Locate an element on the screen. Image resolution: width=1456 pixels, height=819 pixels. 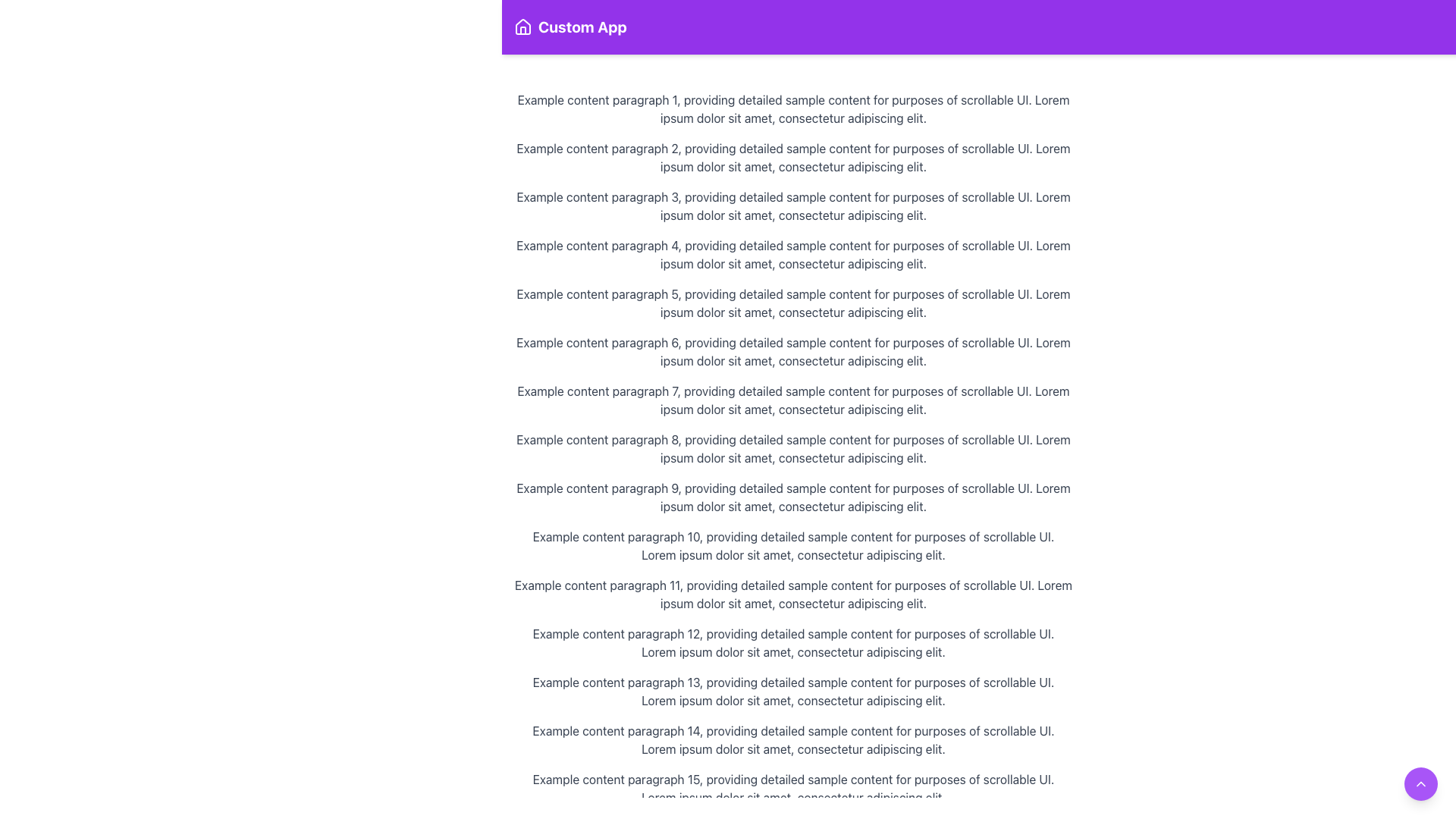
static content of the 14th paragraph displayed in the scrollable interface is located at coordinates (792, 739).